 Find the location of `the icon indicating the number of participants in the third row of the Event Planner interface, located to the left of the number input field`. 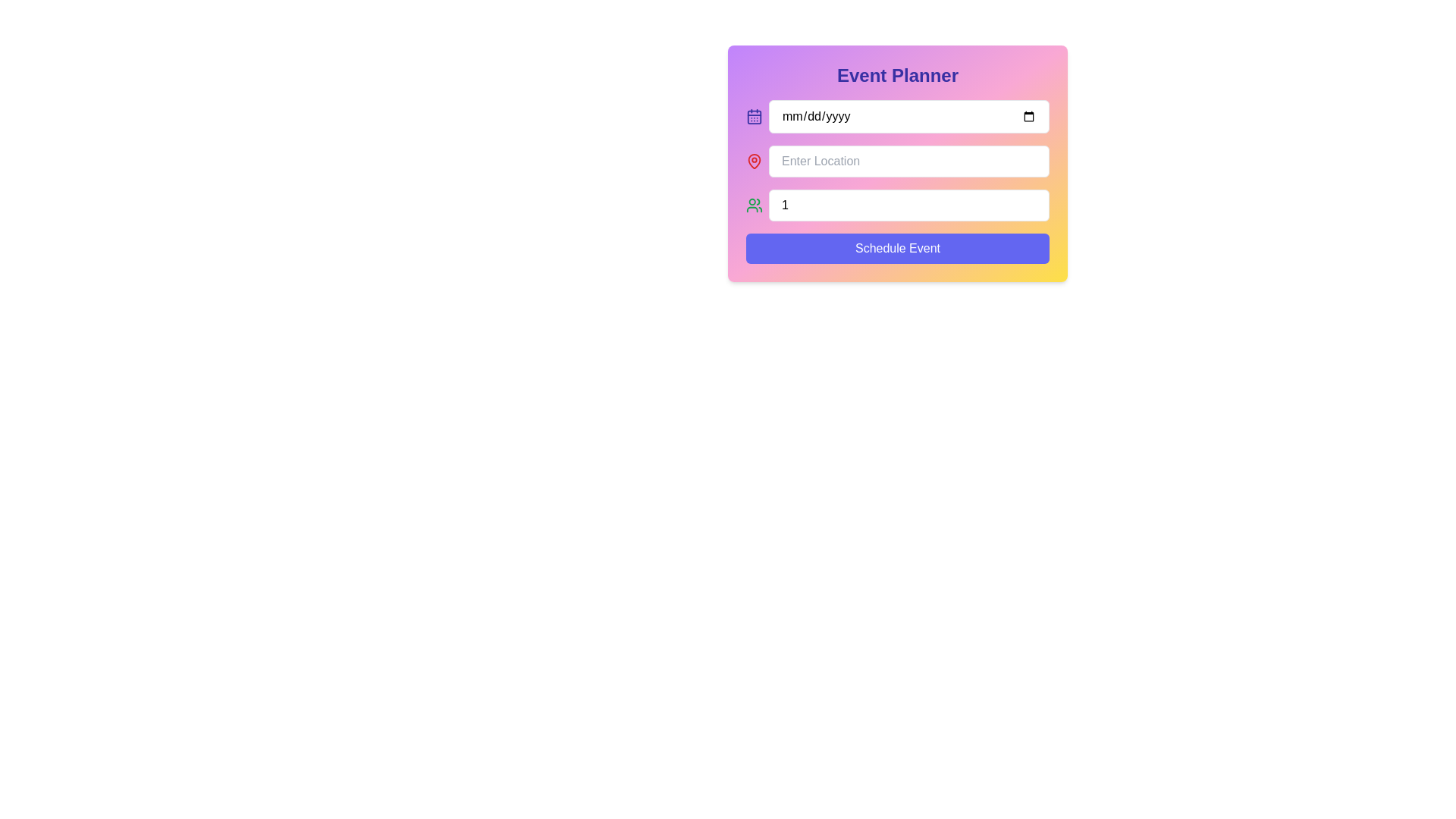

the icon indicating the number of participants in the third row of the Event Planner interface, located to the left of the number input field is located at coordinates (754, 205).